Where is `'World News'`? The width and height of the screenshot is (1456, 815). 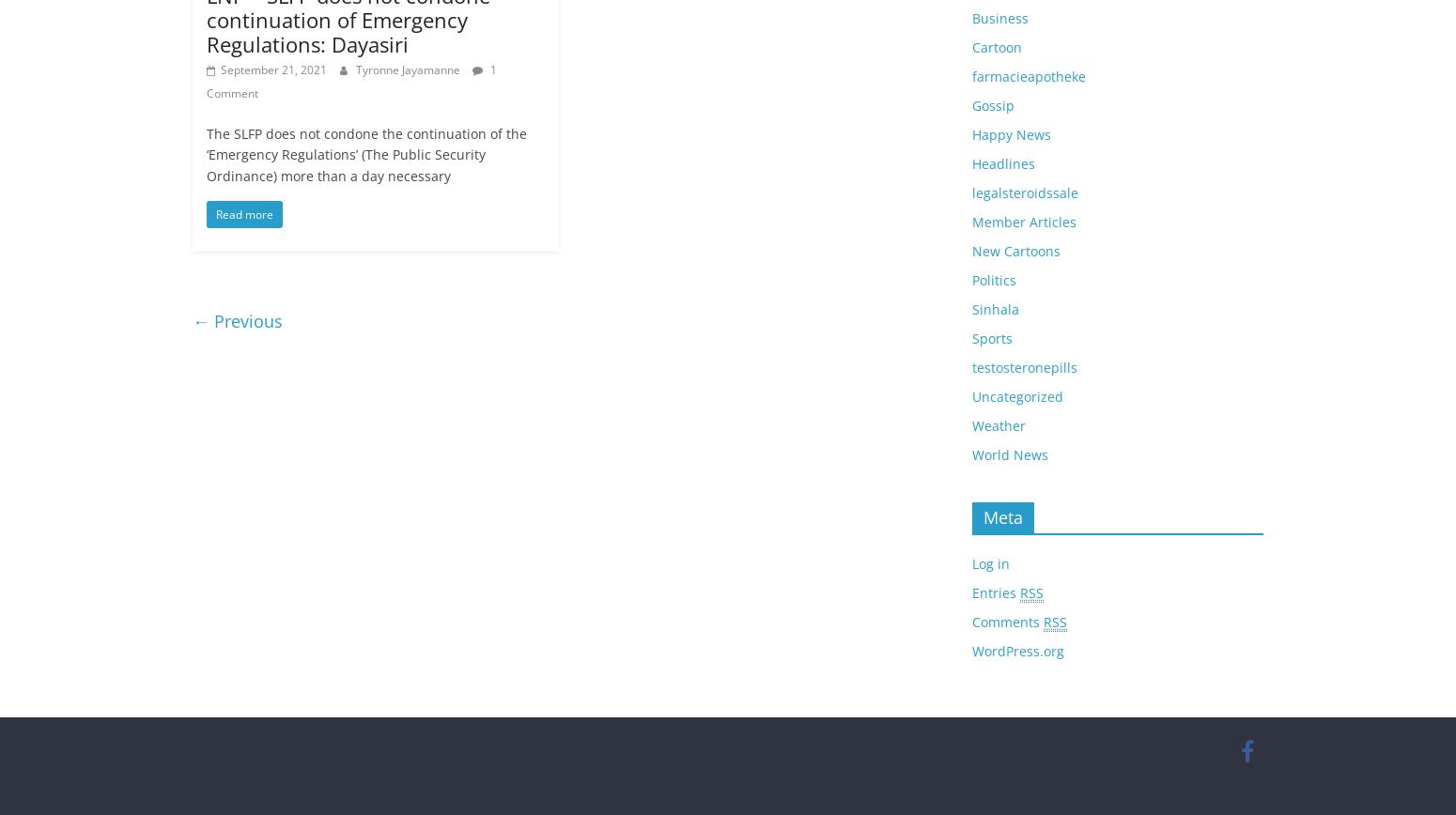
'World News' is located at coordinates (1010, 453).